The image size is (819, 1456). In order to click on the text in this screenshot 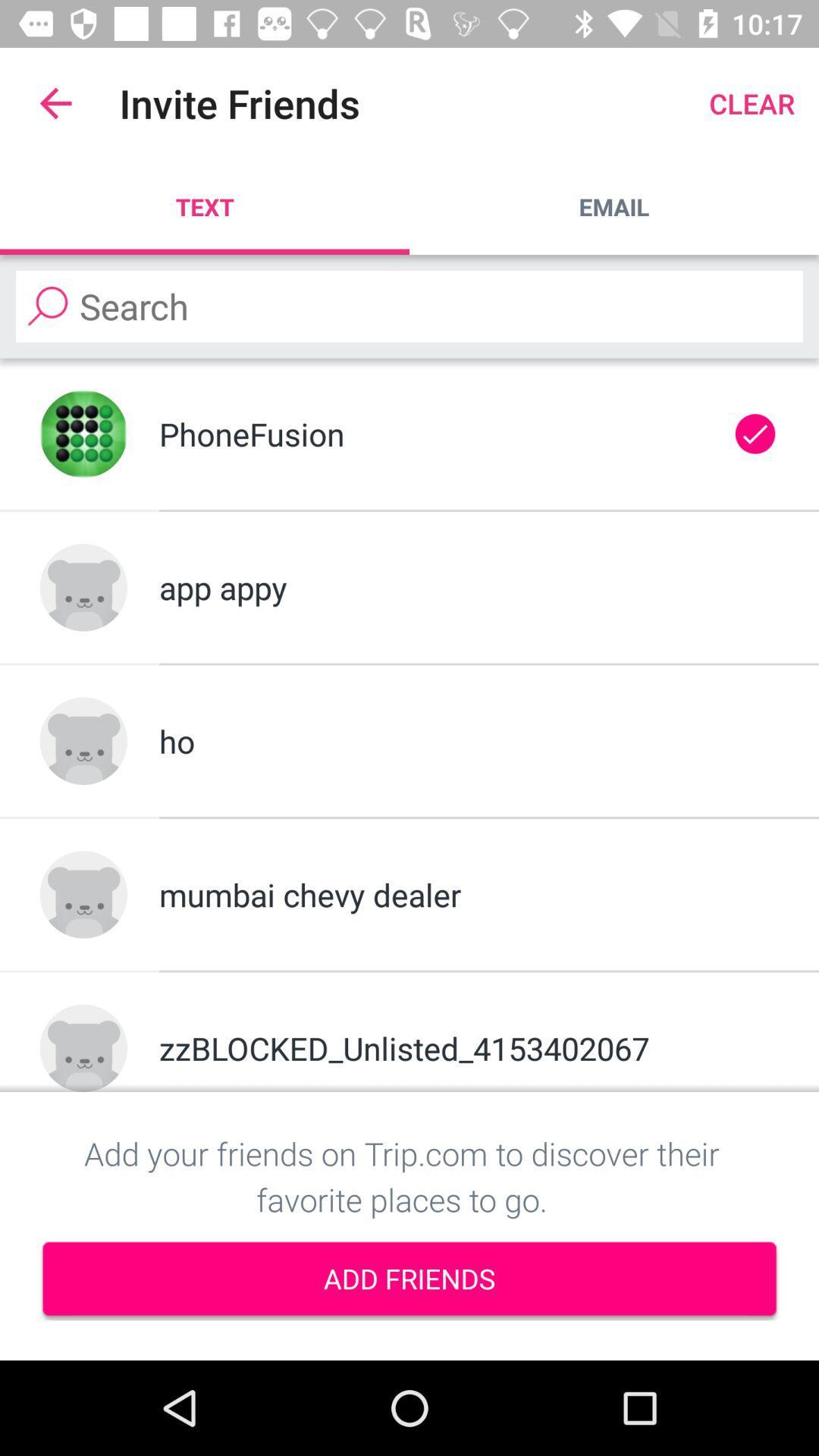, I will do `click(205, 206)`.